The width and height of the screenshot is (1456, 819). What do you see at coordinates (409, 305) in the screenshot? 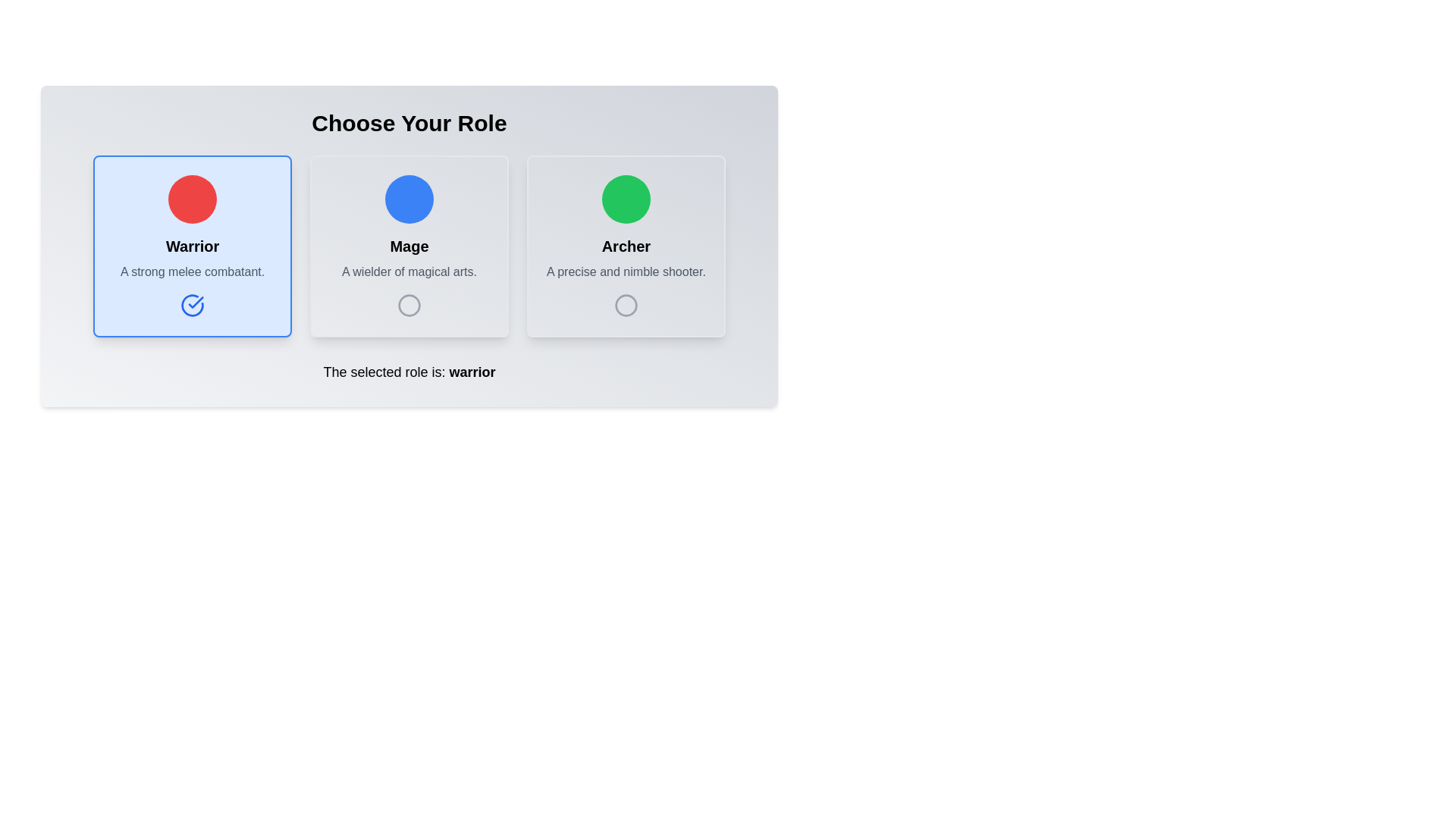
I see `the circular graphic icon located at the center of the 'Mage' card by` at bounding box center [409, 305].